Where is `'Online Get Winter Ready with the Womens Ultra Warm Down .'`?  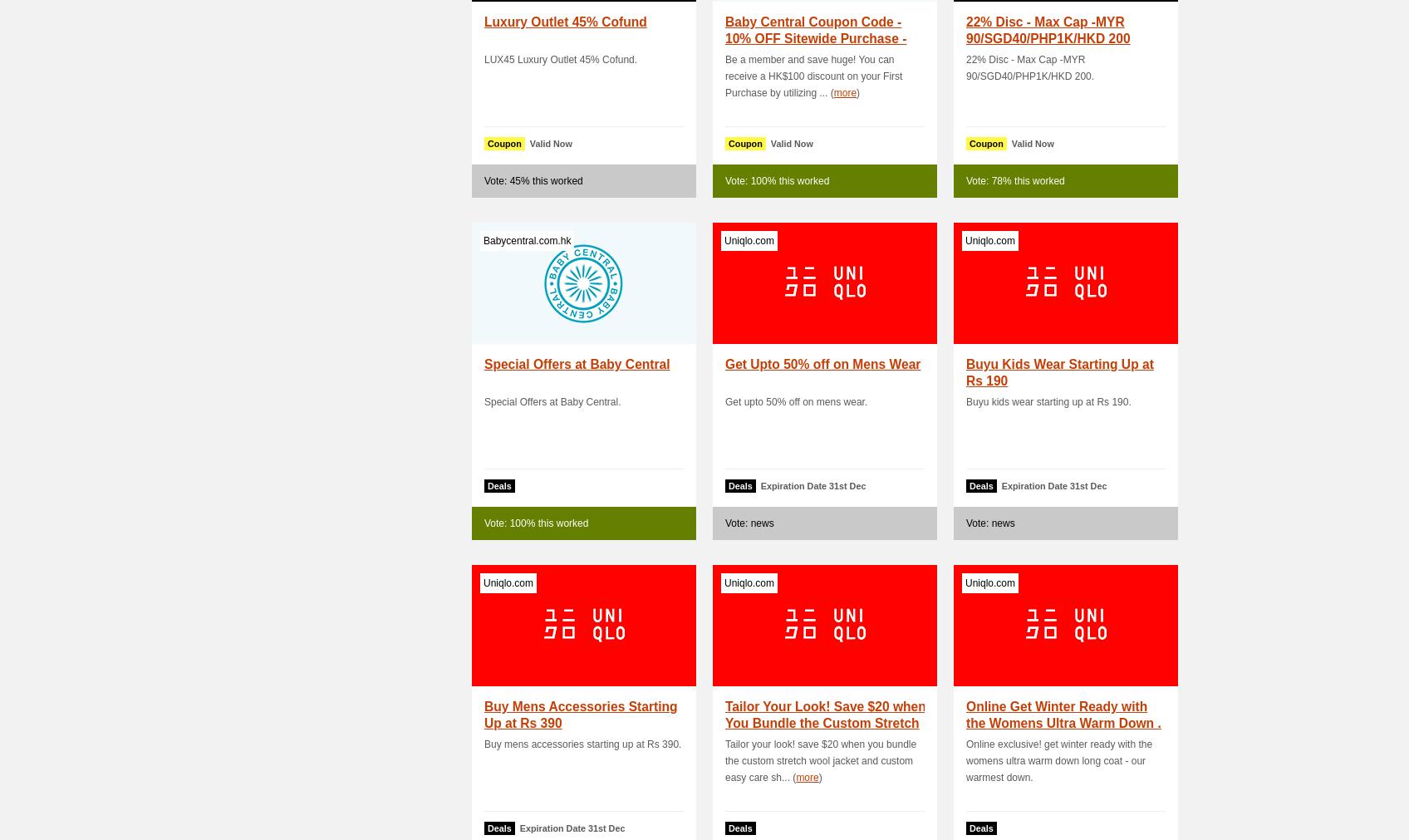
'Online Get Winter Ready with the Womens Ultra Warm Down .' is located at coordinates (965, 715).